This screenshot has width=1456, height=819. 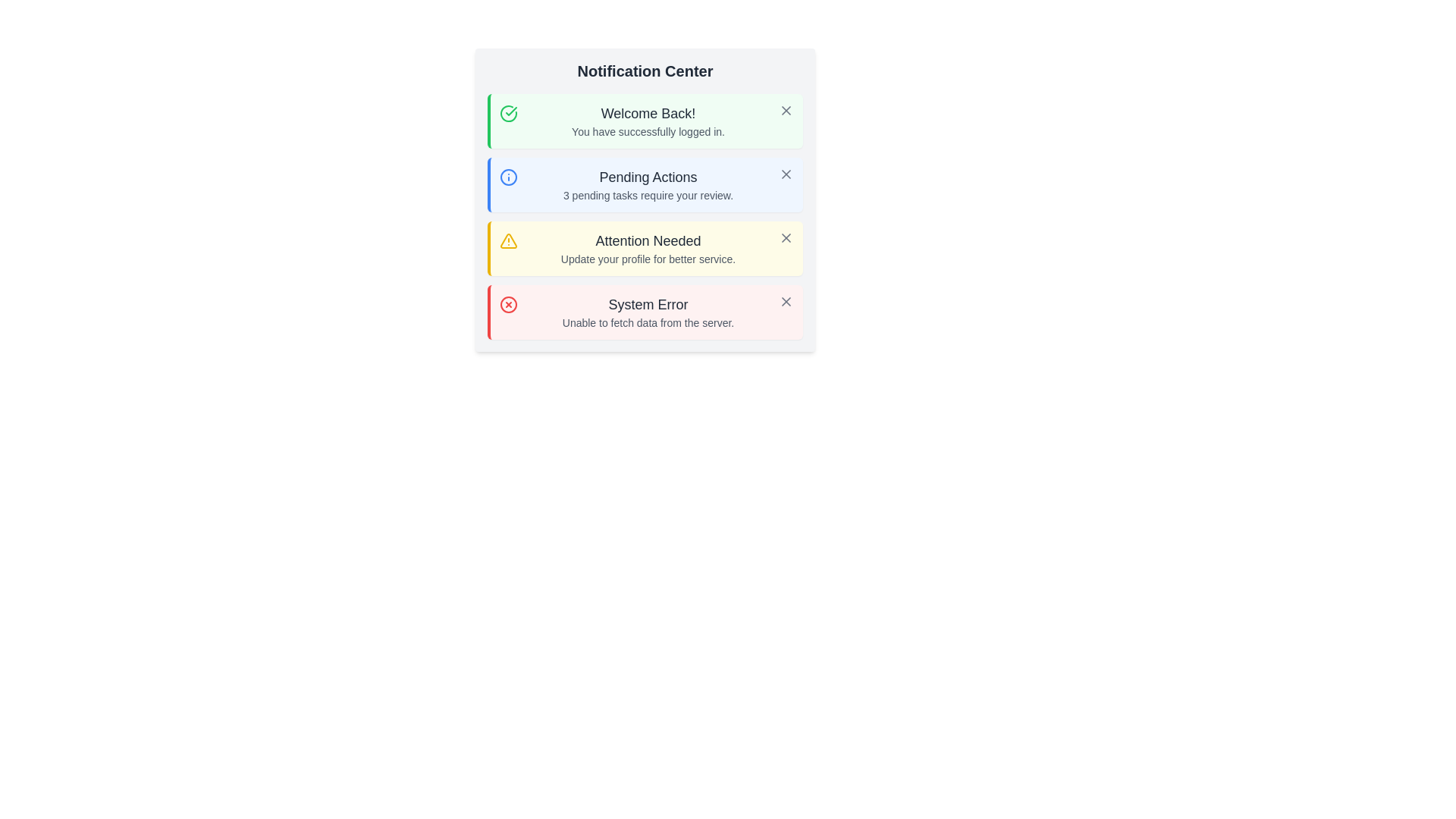 I want to click on the text label indicating pending actions in the second notification box of the Notification Center, which is positioned above the message about pending tasks, so click(x=648, y=177).